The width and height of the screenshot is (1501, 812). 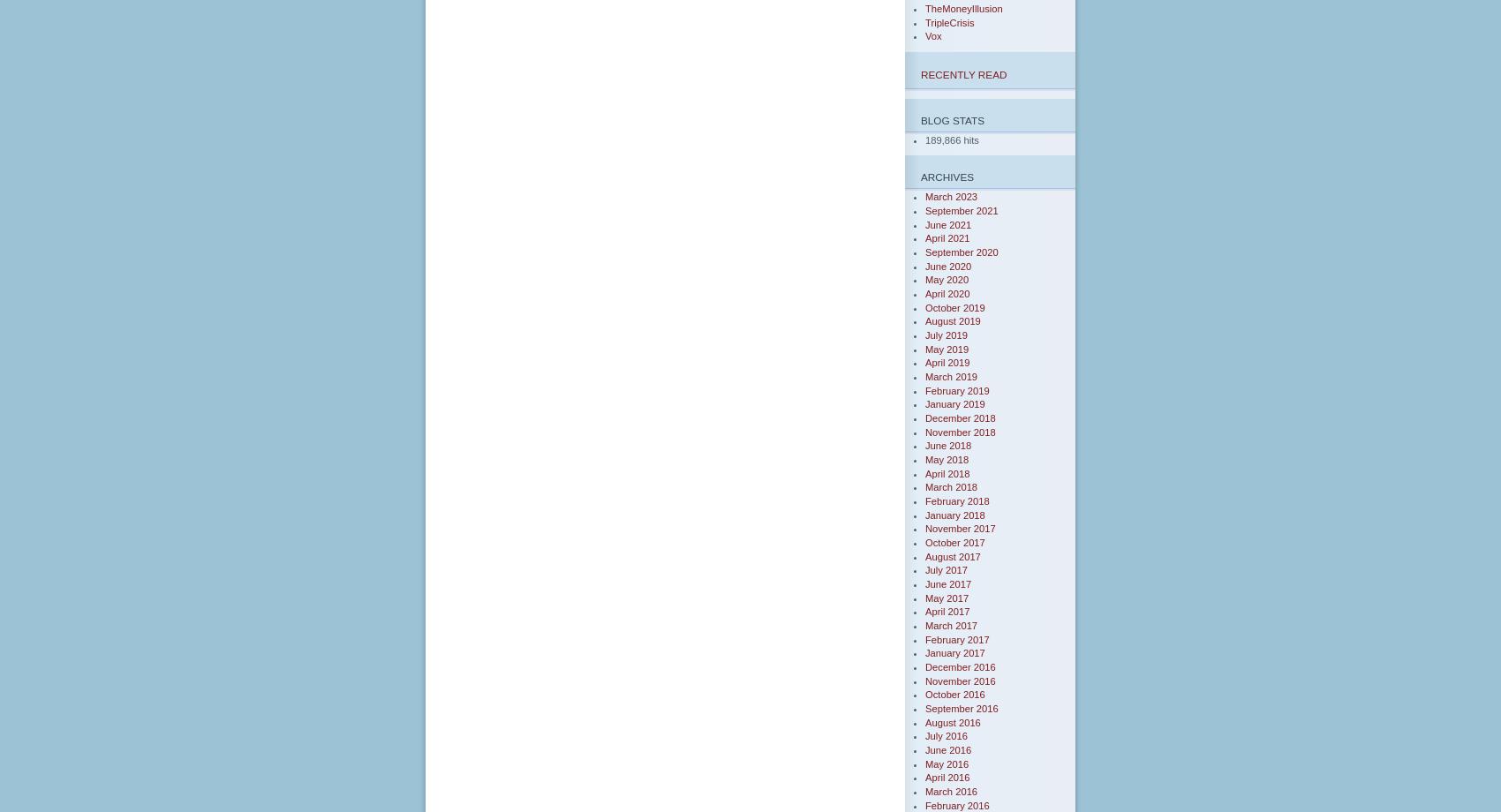 What do you see at coordinates (948, 748) in the screenshot?
I see `'June 2016'` at bounding box center [948, 748].